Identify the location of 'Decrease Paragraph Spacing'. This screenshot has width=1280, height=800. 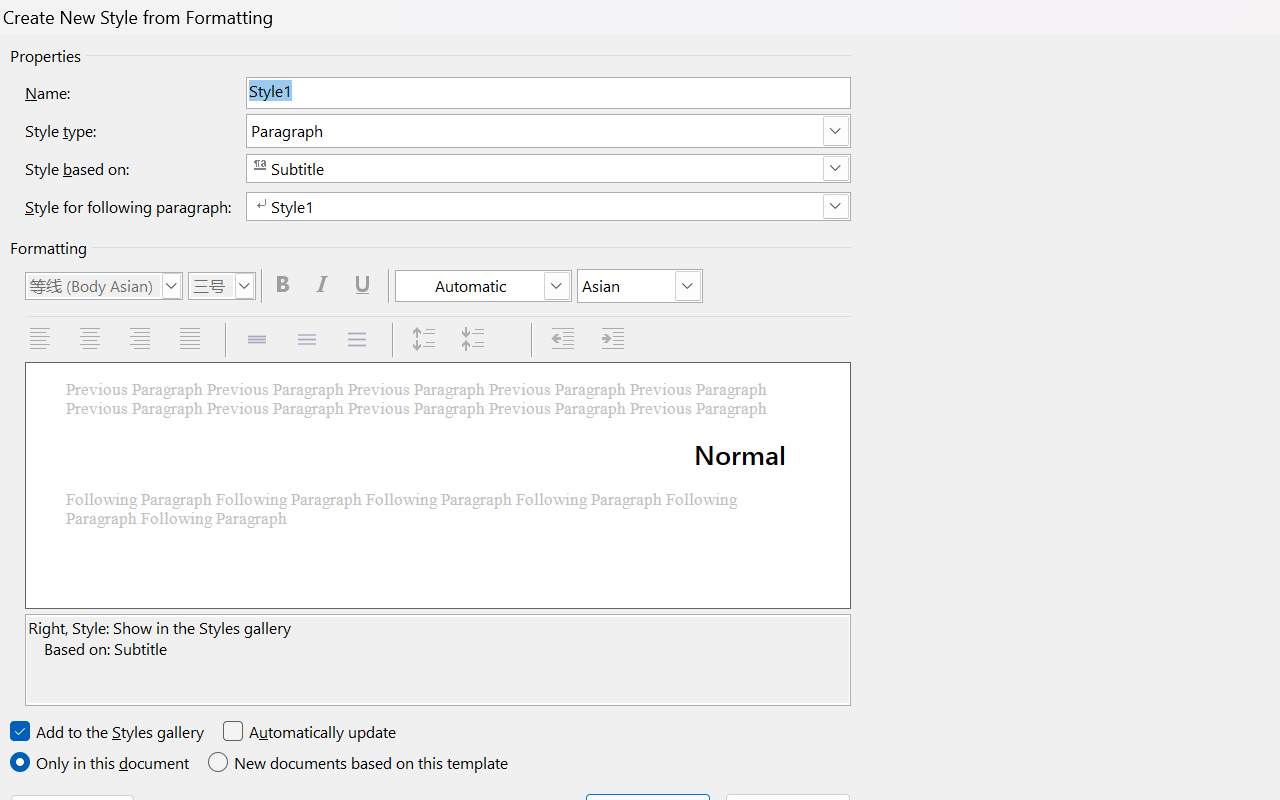
(475, 339).